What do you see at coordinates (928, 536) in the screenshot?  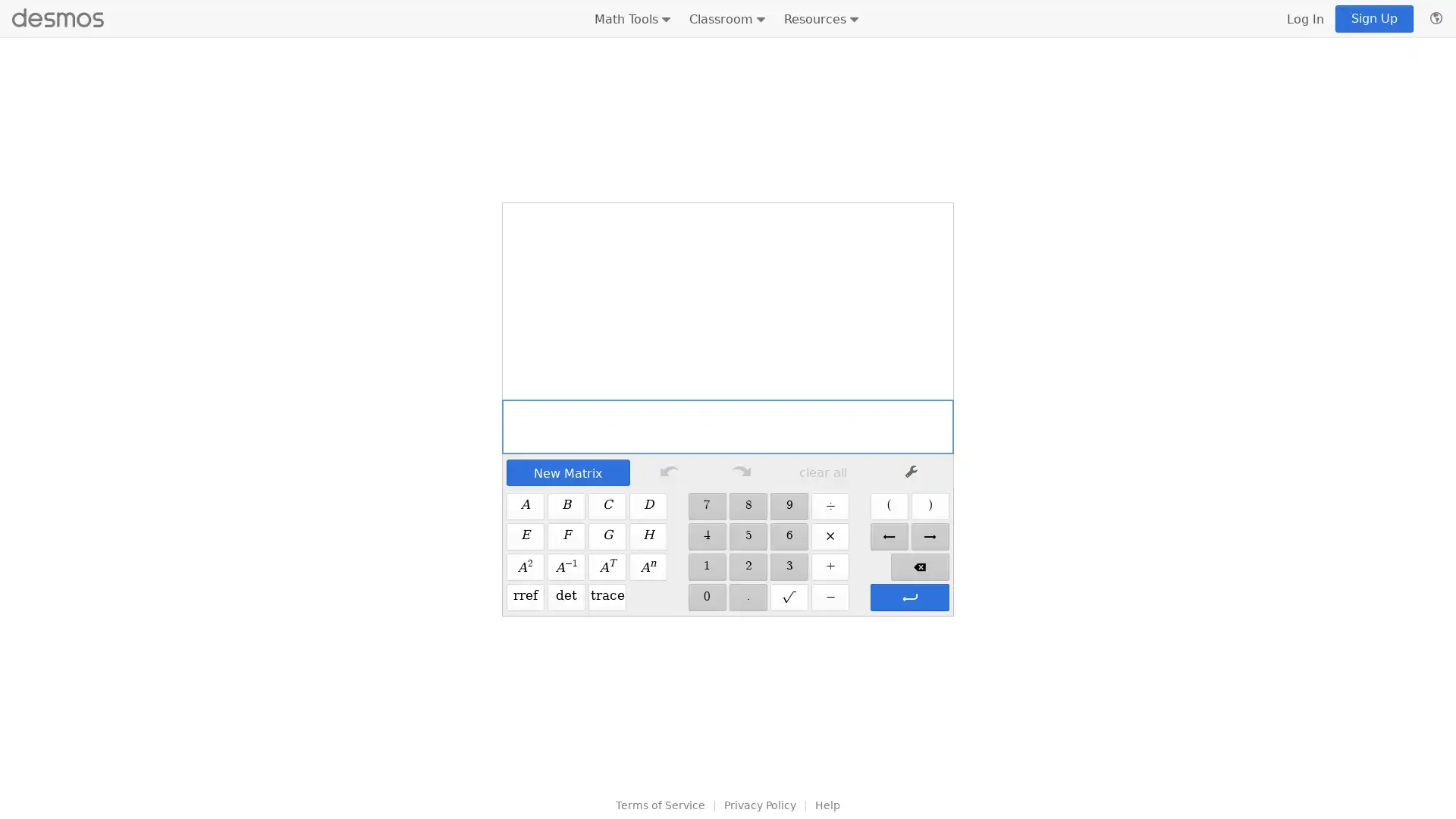 I see `Right Arrow` at bounding box center [928, 536].